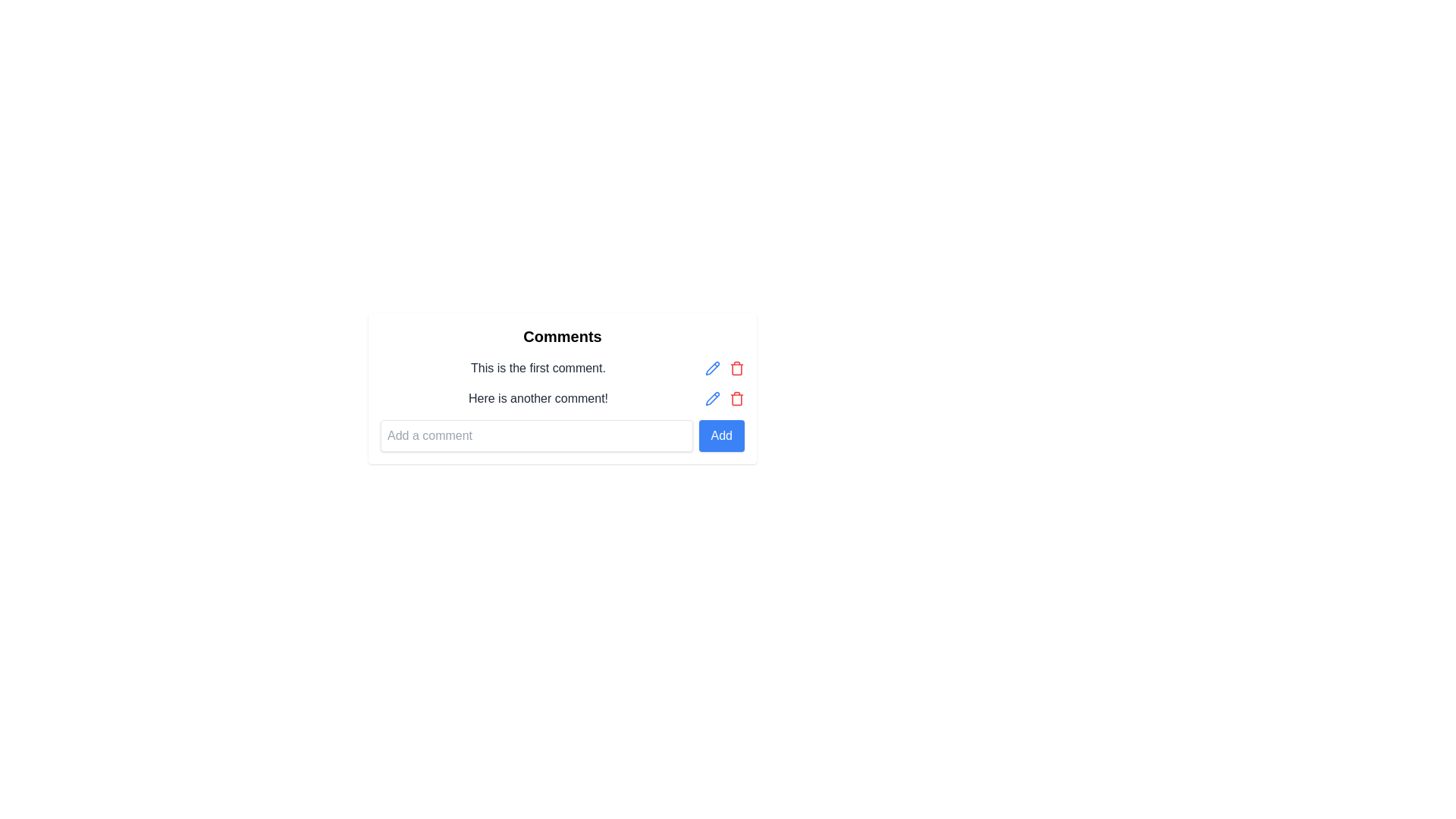 This screenshot has width=1456, height=819. Describe the element at coordinates (562, 435) in the screenshot. I see `the input field for adding a comment, which is part of the Input and Submit Pair located at the bottom of the comments section` at that location.